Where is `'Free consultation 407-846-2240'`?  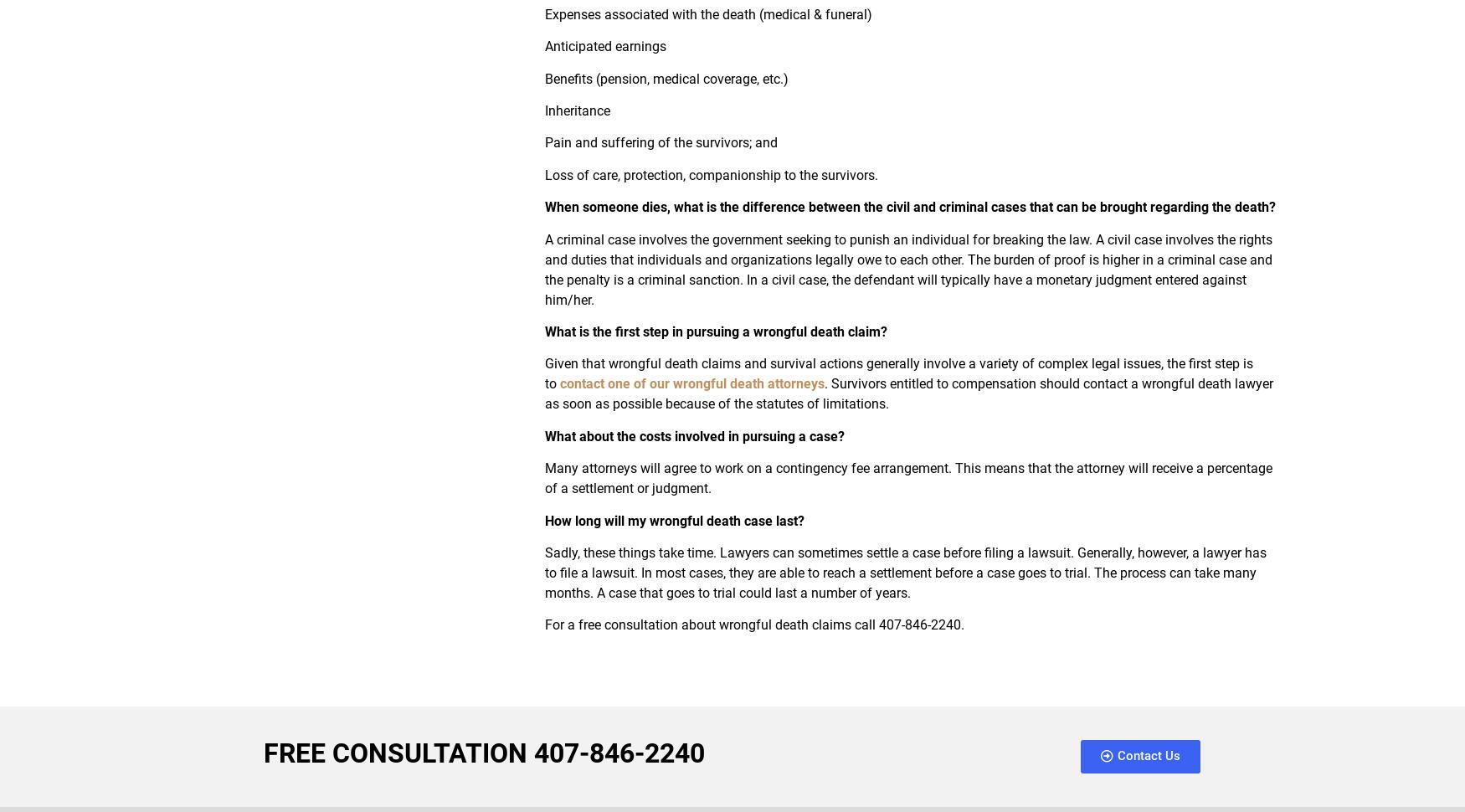 'Free consultation 407-846-2240' is located at coordinates (484, 752).